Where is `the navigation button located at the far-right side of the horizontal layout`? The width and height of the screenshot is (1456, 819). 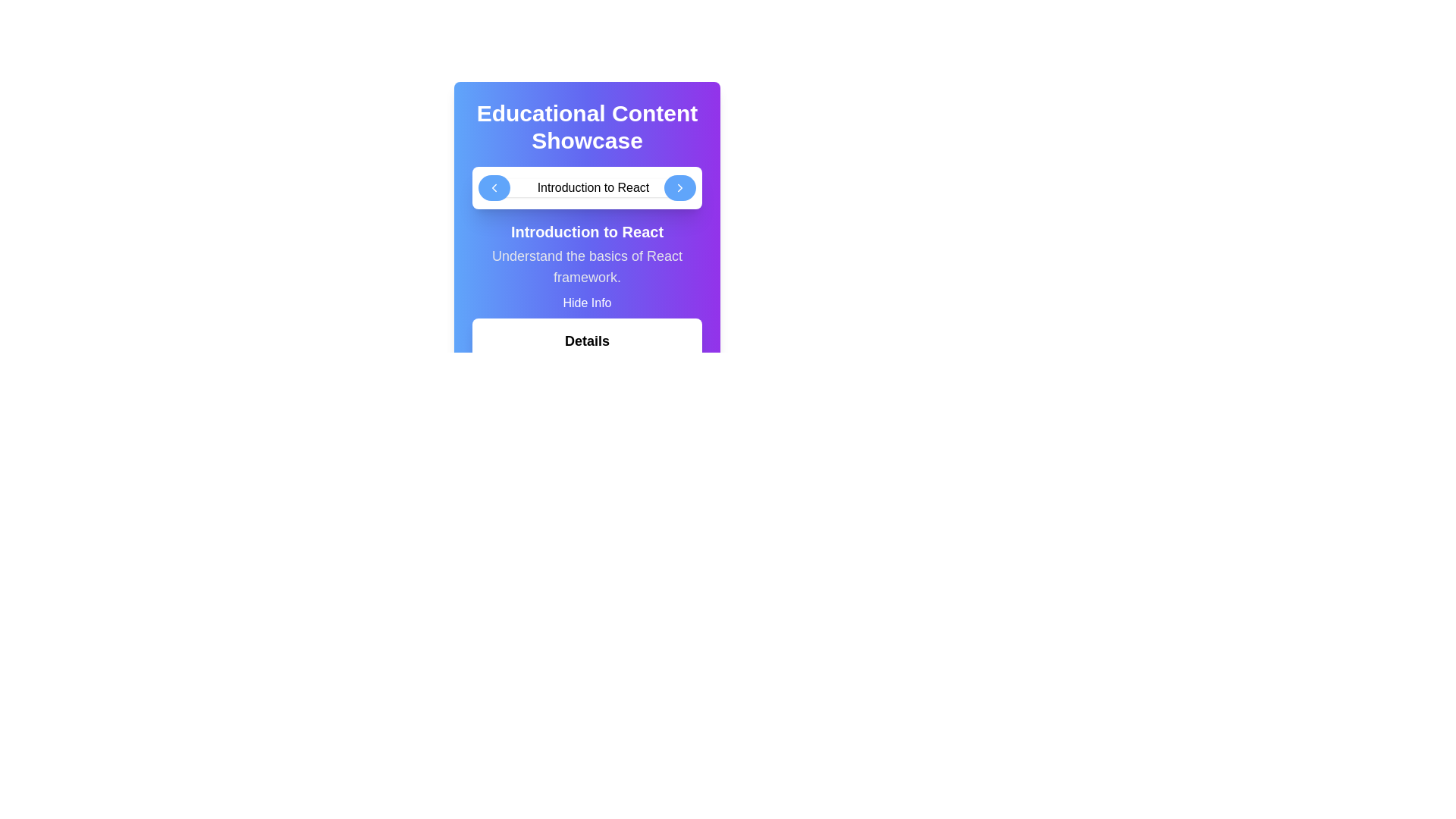
the navigation button located at the far-right side of the horizontal layout is located at coordinates (679, 187).